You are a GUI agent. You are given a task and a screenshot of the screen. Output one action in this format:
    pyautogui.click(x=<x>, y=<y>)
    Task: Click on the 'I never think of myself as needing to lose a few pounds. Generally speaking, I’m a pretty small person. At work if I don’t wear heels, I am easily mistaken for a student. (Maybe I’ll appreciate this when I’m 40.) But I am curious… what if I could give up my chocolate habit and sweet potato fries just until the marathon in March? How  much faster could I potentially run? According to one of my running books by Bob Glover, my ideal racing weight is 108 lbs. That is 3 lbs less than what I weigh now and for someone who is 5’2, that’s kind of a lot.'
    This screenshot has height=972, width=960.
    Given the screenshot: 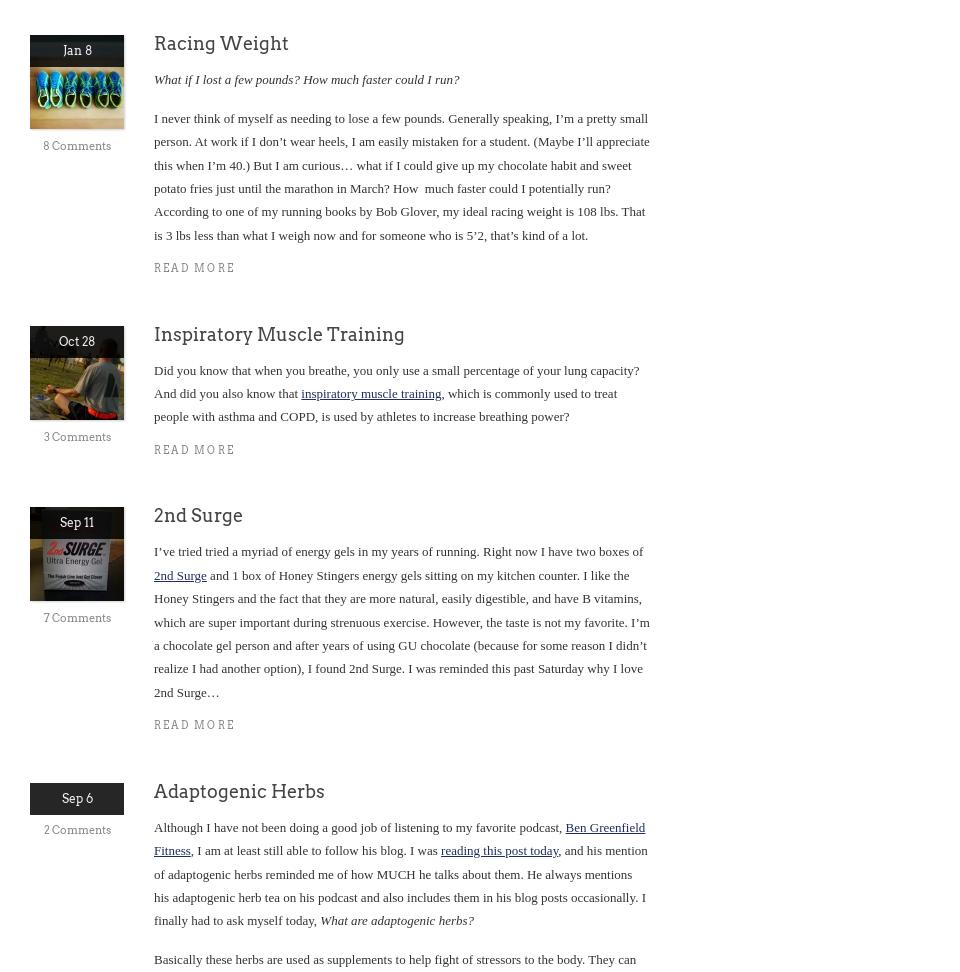 What is the action you would take?
    pyautogui.click(x=400, y=176)
    